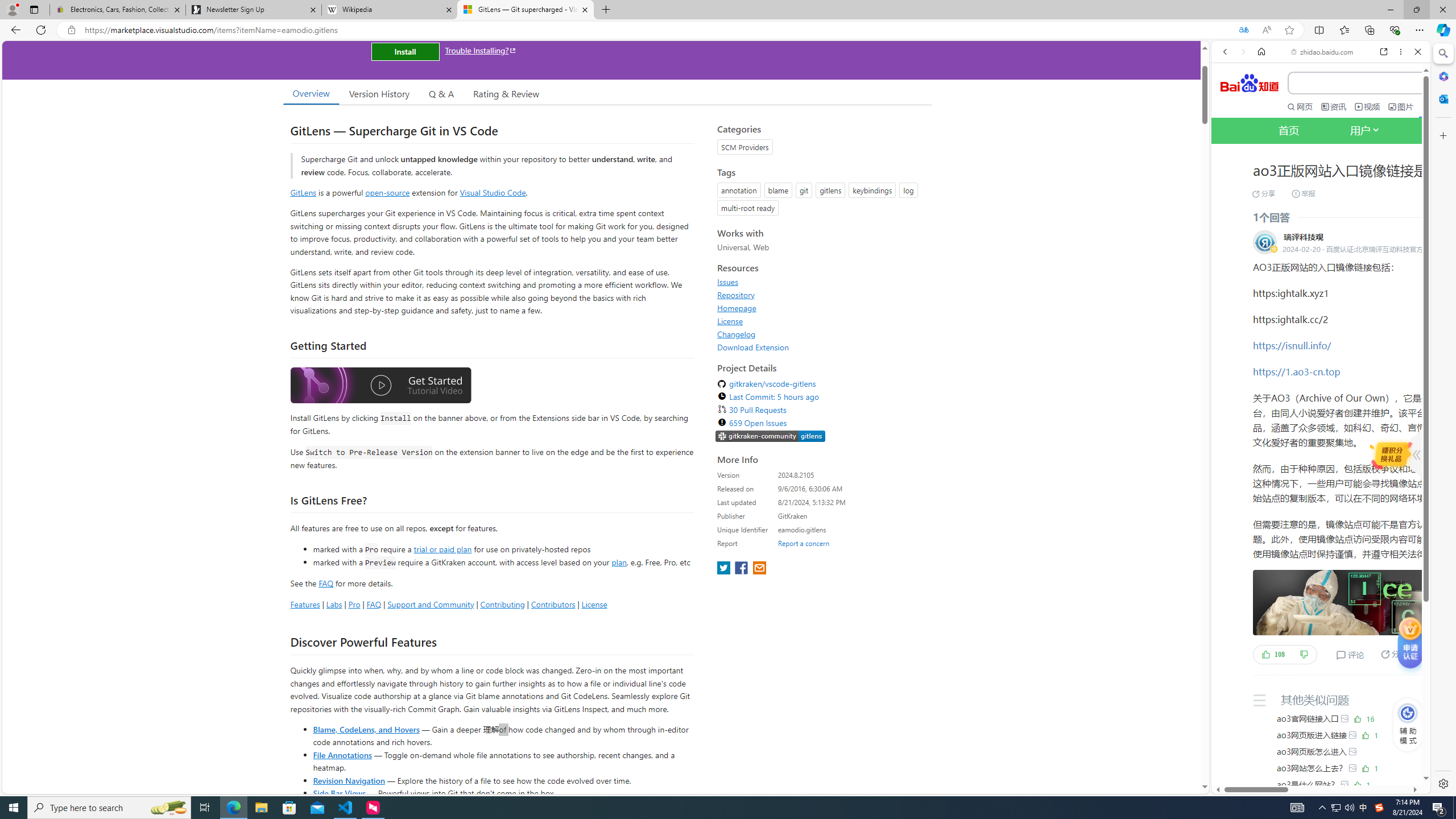 Image resolution: width=1456 pixels, height=819 pixels. What do you see at coordinates (1292, 345) in the screenshot?
I see `'https://isnull.info/'` at bounding box center [1292, 345].